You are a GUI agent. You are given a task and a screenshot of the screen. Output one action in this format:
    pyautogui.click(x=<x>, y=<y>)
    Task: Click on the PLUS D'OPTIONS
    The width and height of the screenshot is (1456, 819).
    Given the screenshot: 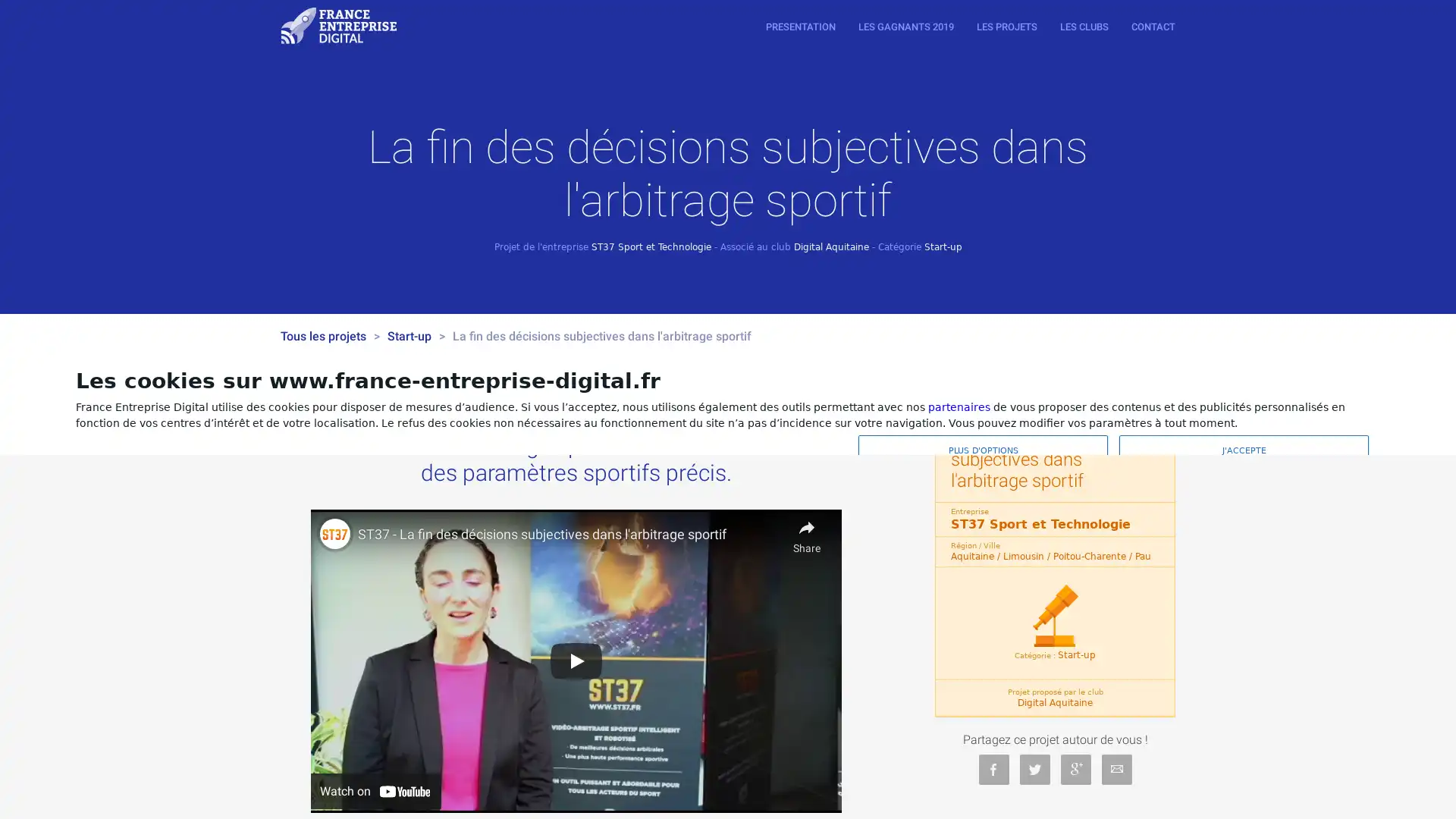 What is the action you would take?
    pyautogui.click(x=983, y=450)
    